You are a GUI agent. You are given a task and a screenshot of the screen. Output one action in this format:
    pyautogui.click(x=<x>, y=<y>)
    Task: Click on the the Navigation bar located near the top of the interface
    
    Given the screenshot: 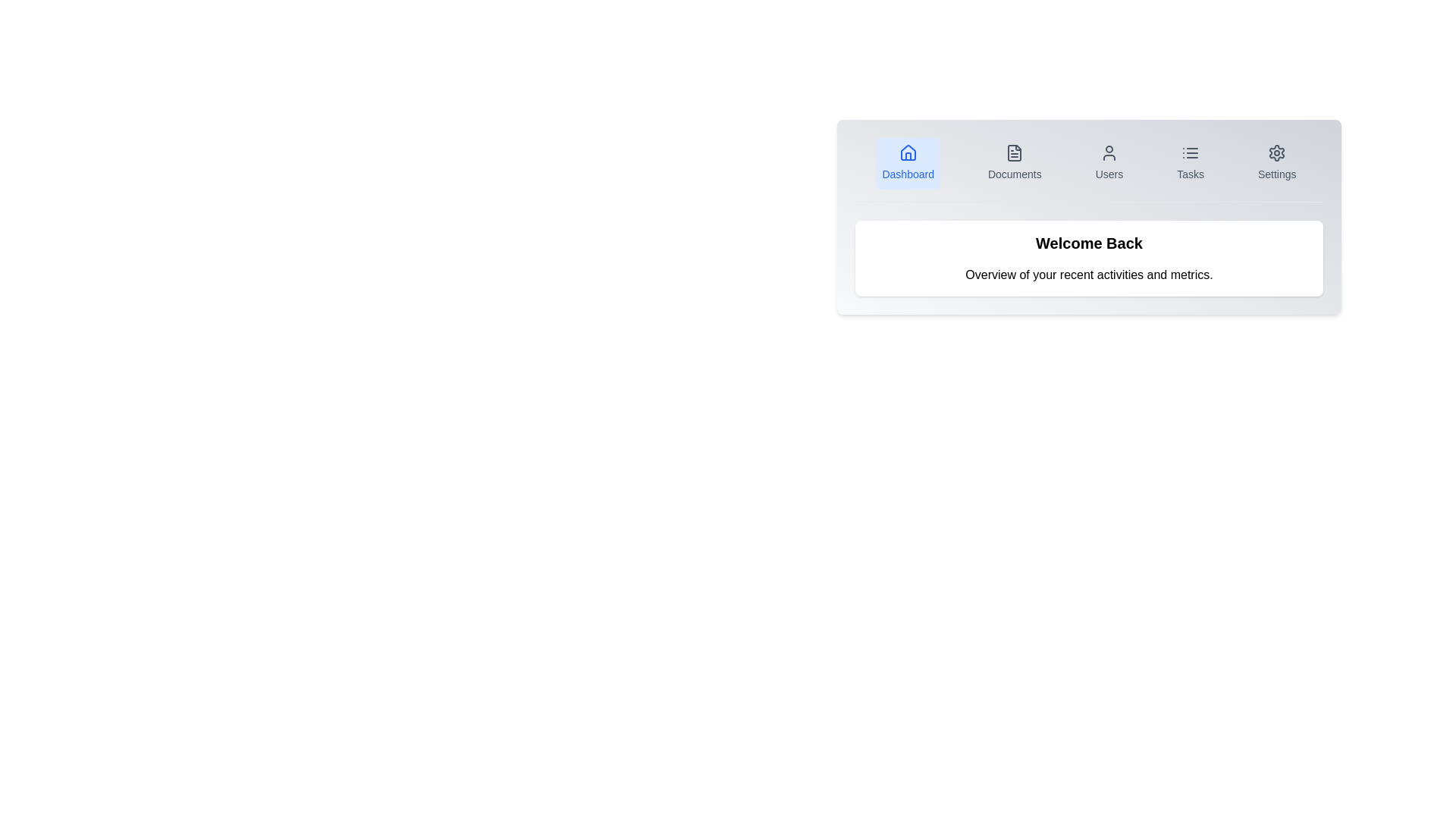 What is the action you would take?
    pyautogui.click(x=1088, y=170)
    